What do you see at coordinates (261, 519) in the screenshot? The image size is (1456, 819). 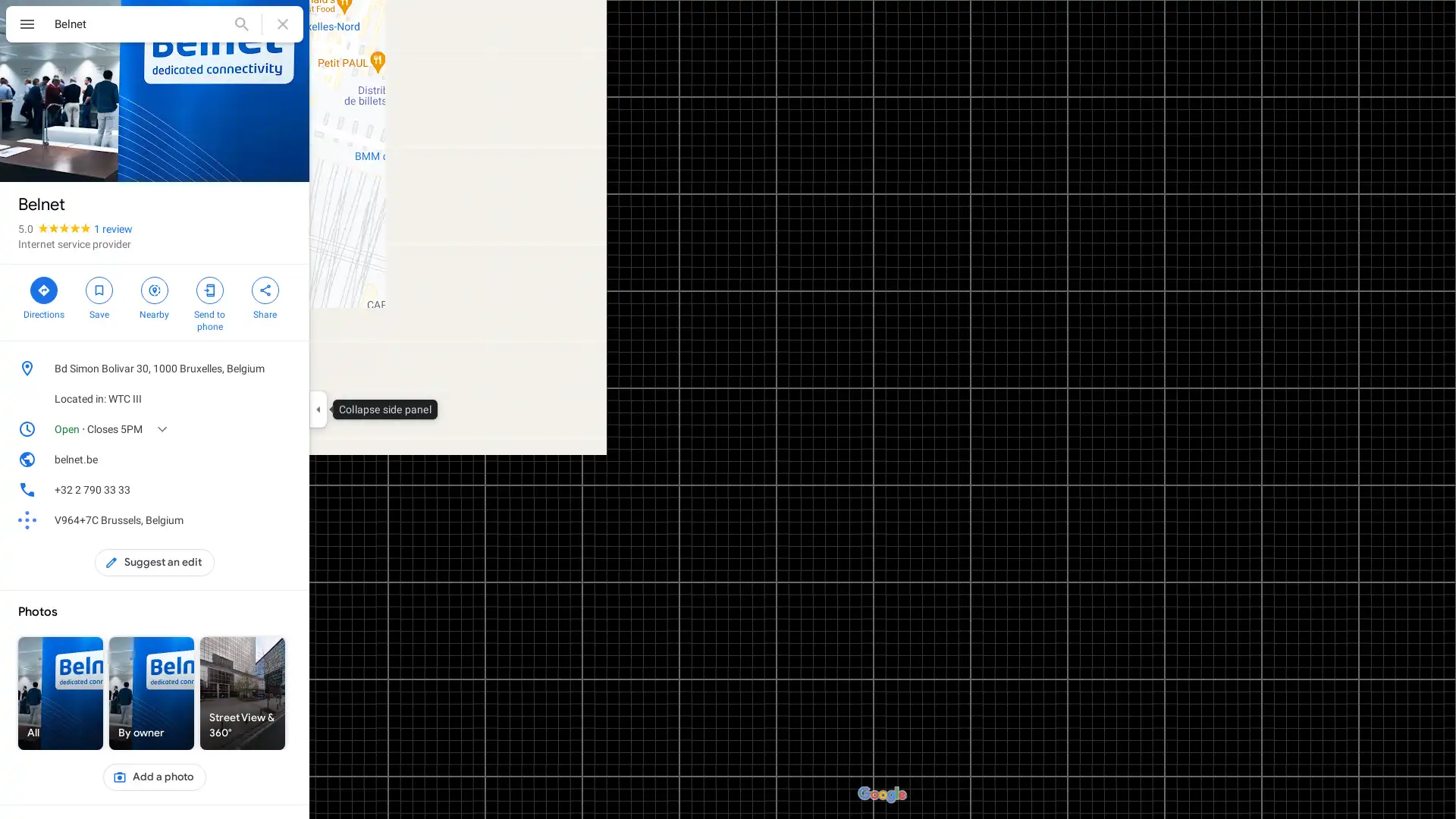 I see `Copy plus code` at bounding box center [261, 519].